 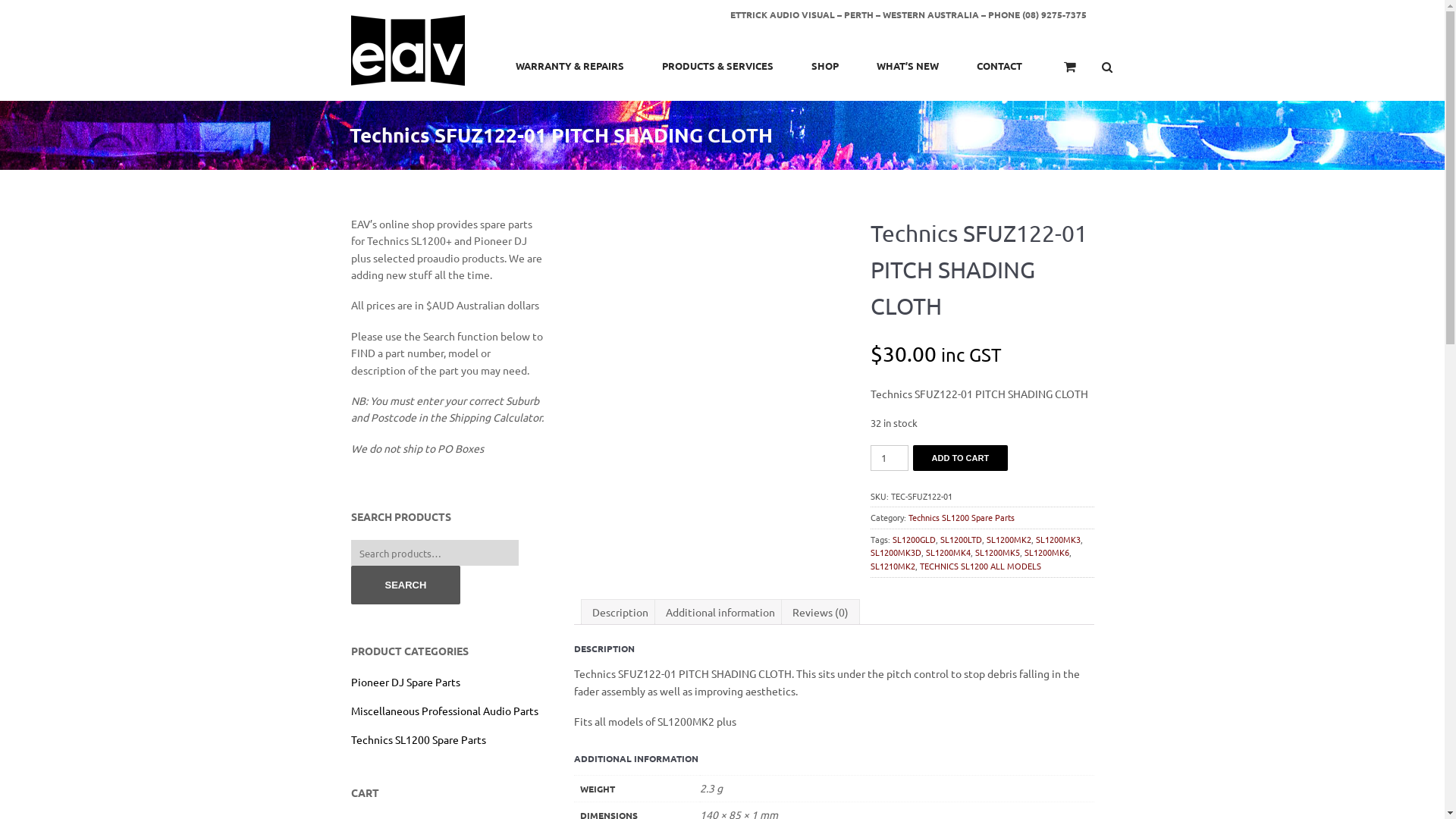 What do you see at coordinates (790, 610) in the screenshot?
I see `'Reviews (0)'` at bounding box center [790, 610].